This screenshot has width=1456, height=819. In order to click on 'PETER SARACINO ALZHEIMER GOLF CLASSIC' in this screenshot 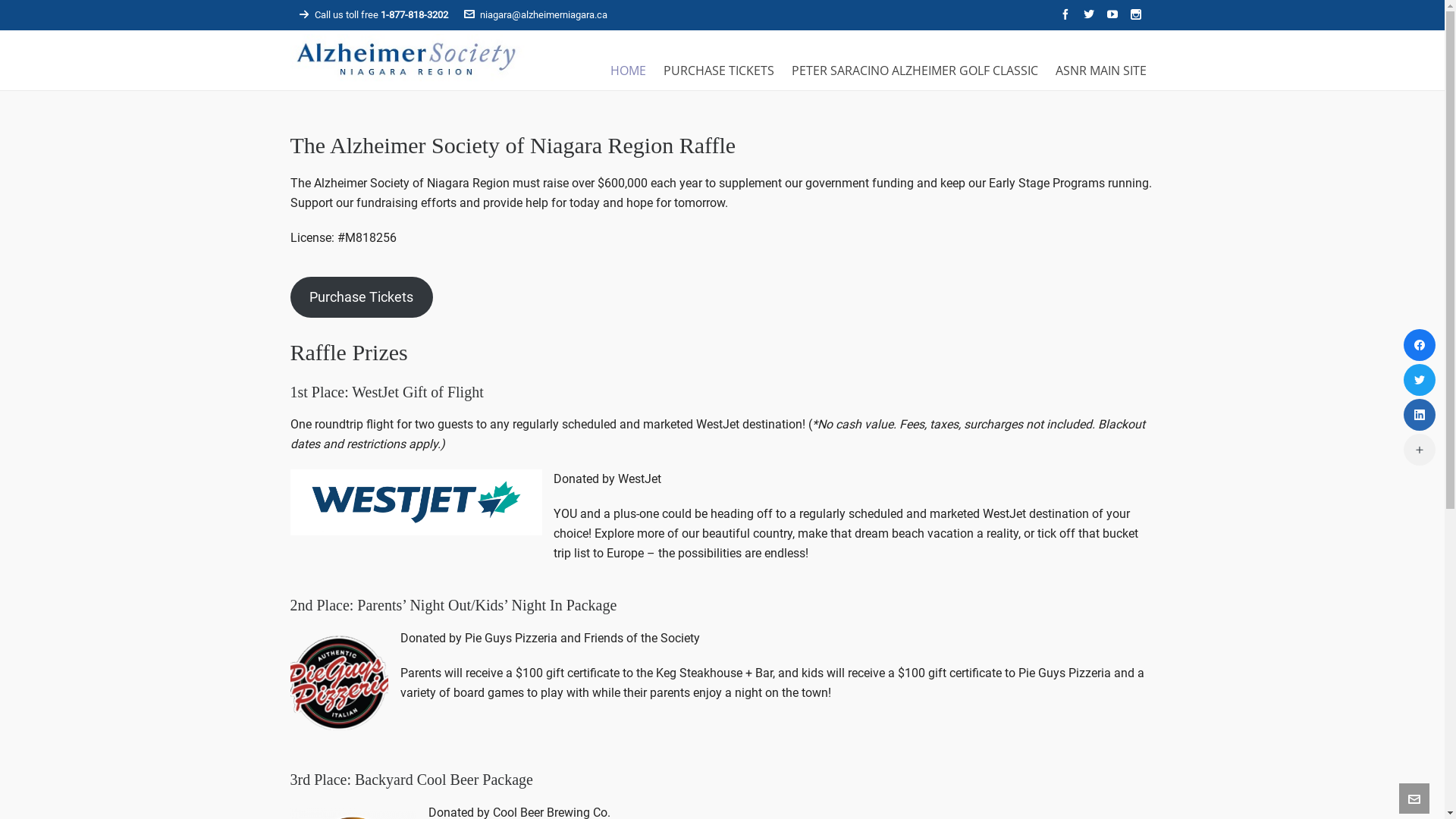, I will do `click(913, 67)`.